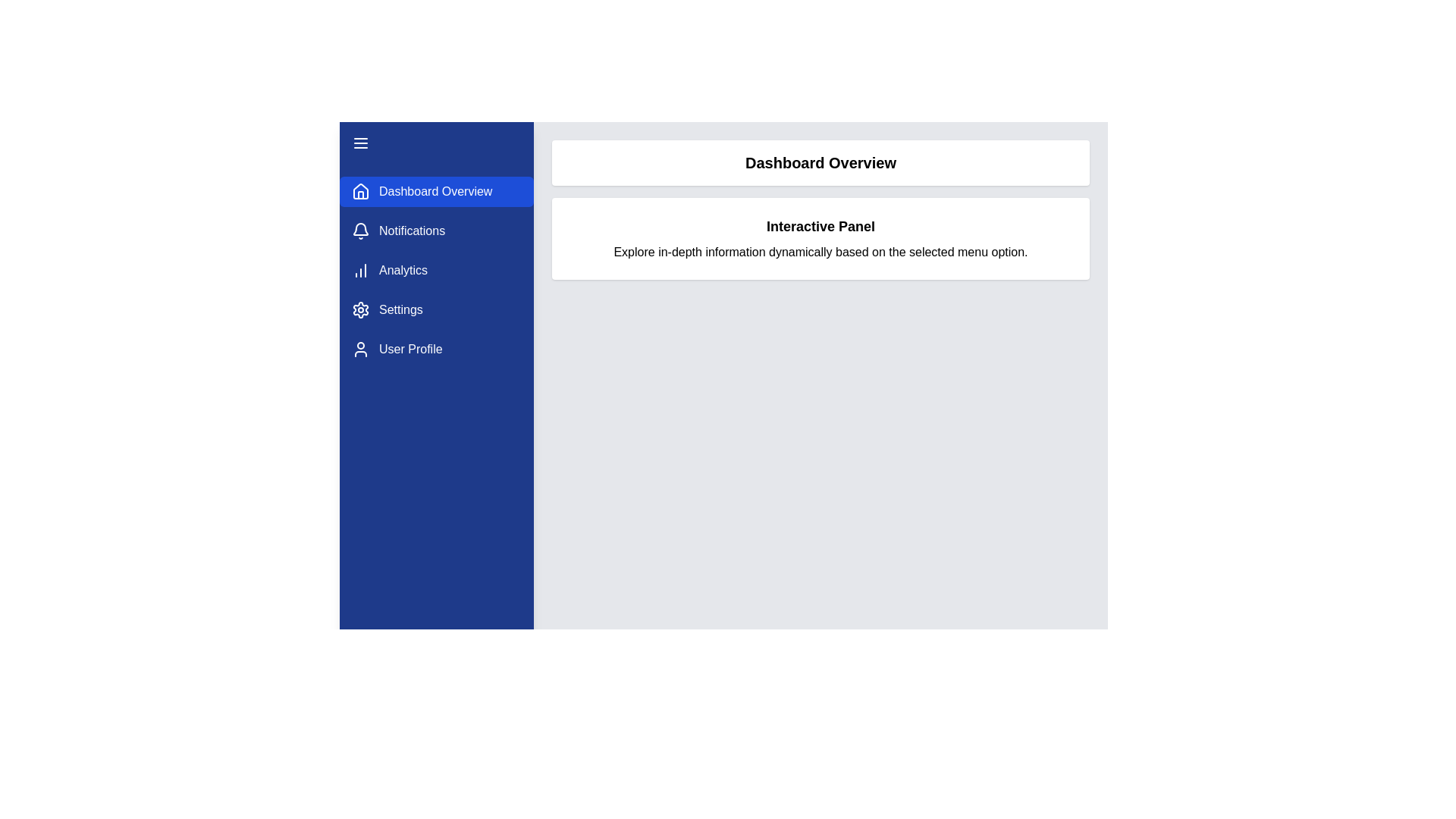  Describe the element at coordinates (403, 270) in the screenshot. I see `the 'Analytics' text label in the navigation menu, which is located to the right of the chart icon and is the third item in the menu list` at that location.